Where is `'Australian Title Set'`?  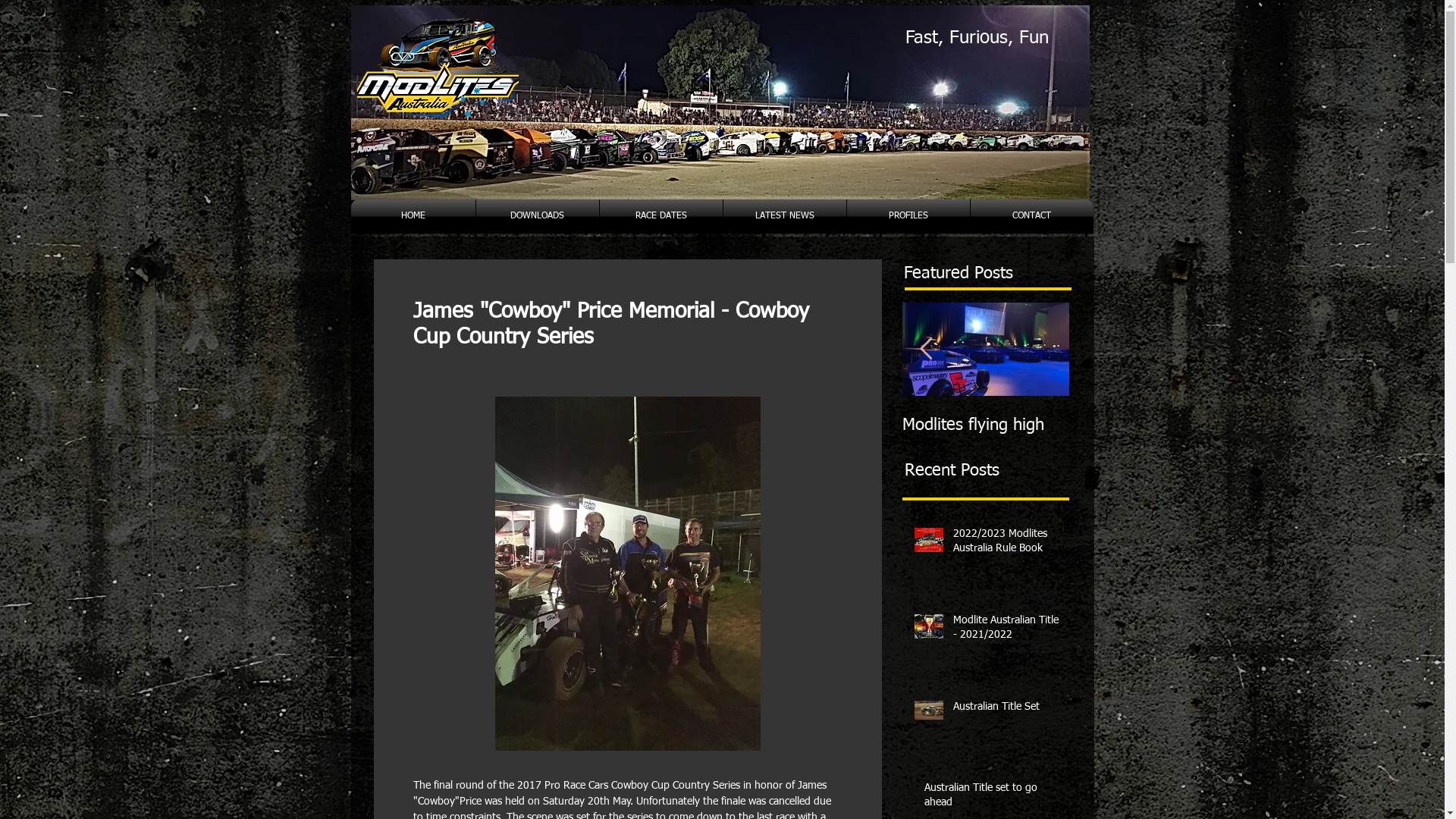
'Australian Title Set' is located at coordinates (1007, 711).